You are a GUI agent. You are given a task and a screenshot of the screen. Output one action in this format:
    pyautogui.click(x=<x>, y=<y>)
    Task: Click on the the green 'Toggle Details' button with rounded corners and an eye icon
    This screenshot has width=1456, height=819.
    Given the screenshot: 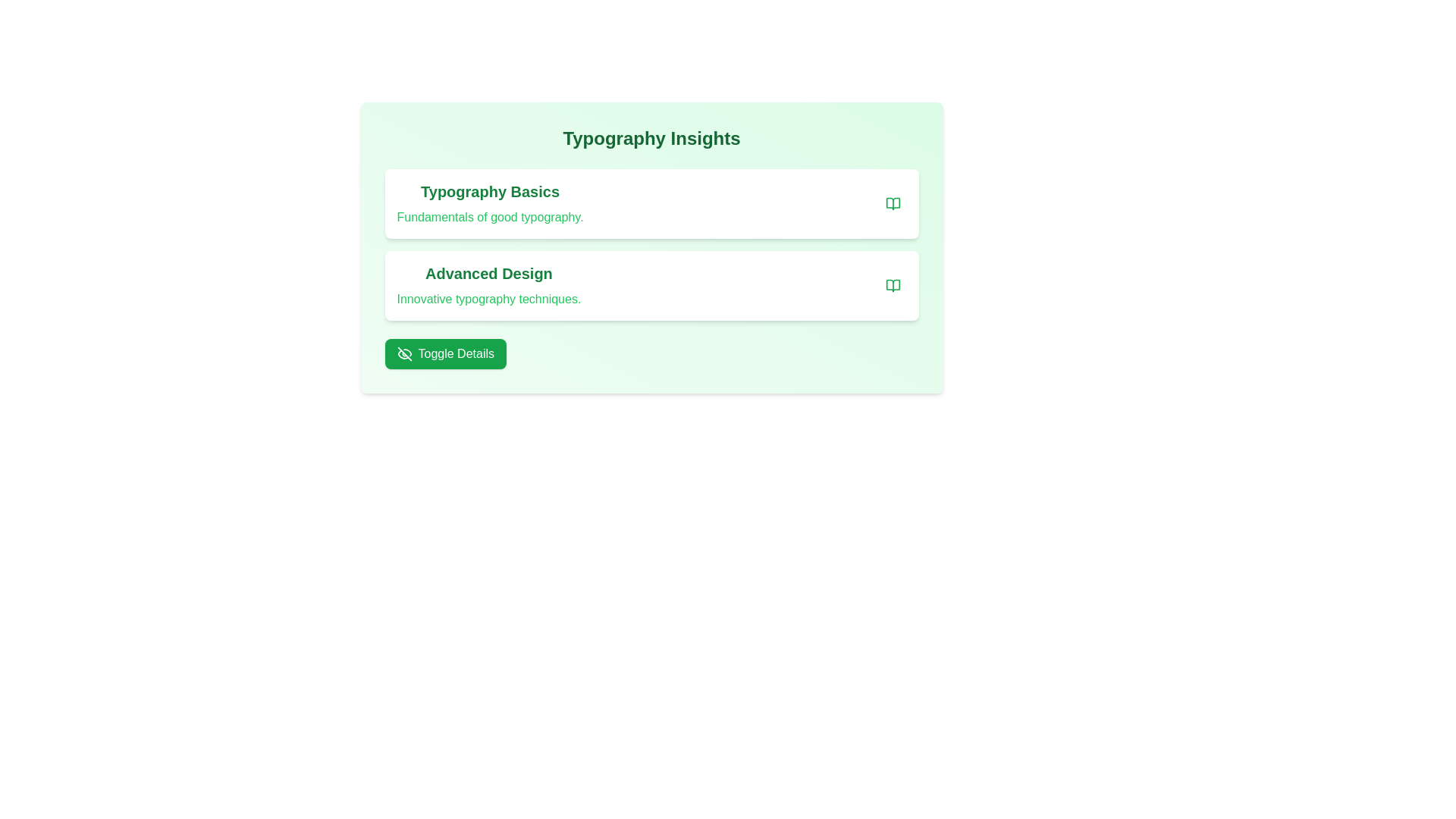 What is the action you would take?
    pyautogui.click(x=444, y=353)
    